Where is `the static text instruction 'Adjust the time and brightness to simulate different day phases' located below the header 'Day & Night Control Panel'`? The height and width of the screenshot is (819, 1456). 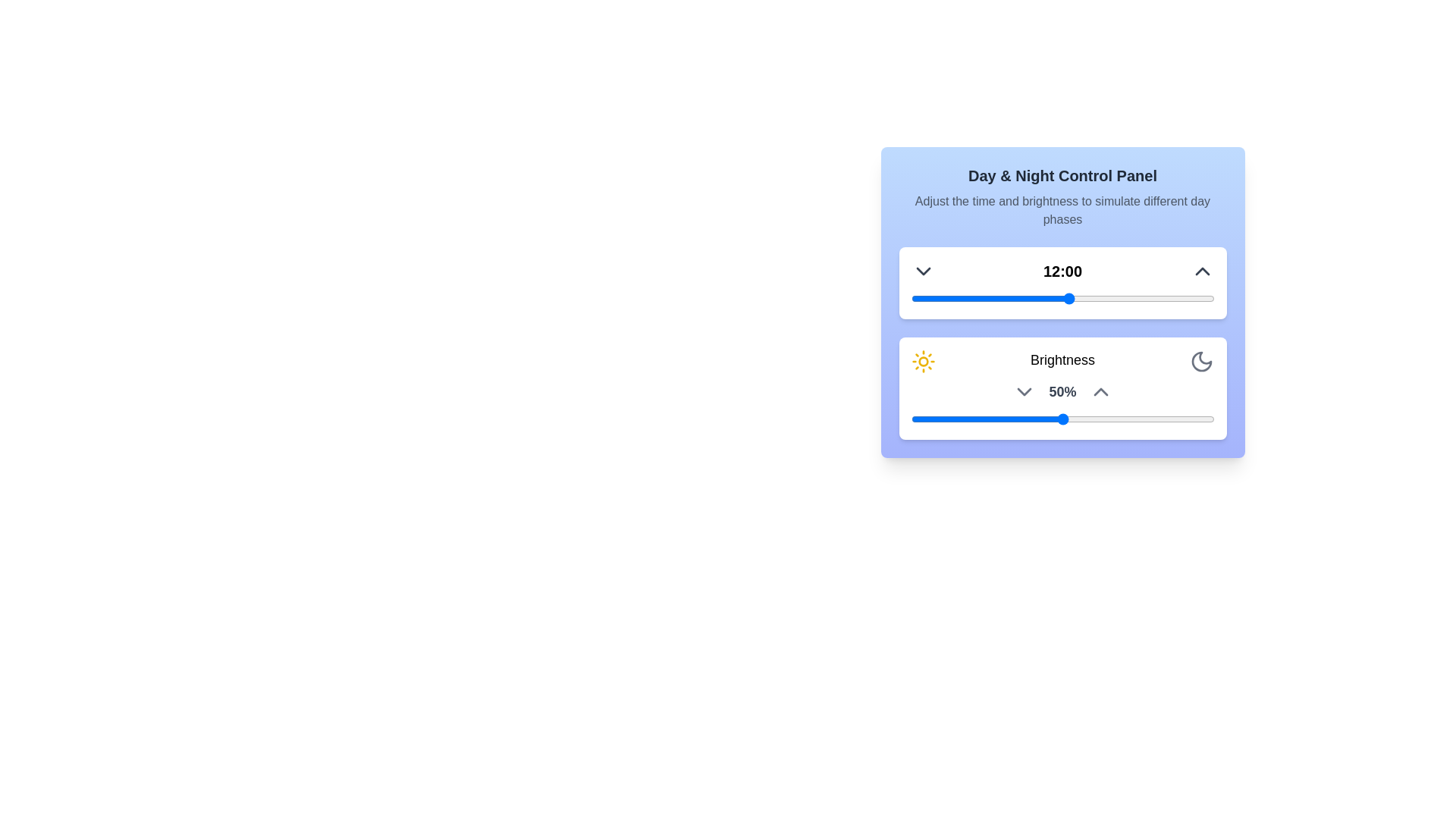
the static text instruction 'Adjust the time and brightness to simulate different day phases' located below the header 'Day & Night Control Panel' is located at coordinates (1062, 210).